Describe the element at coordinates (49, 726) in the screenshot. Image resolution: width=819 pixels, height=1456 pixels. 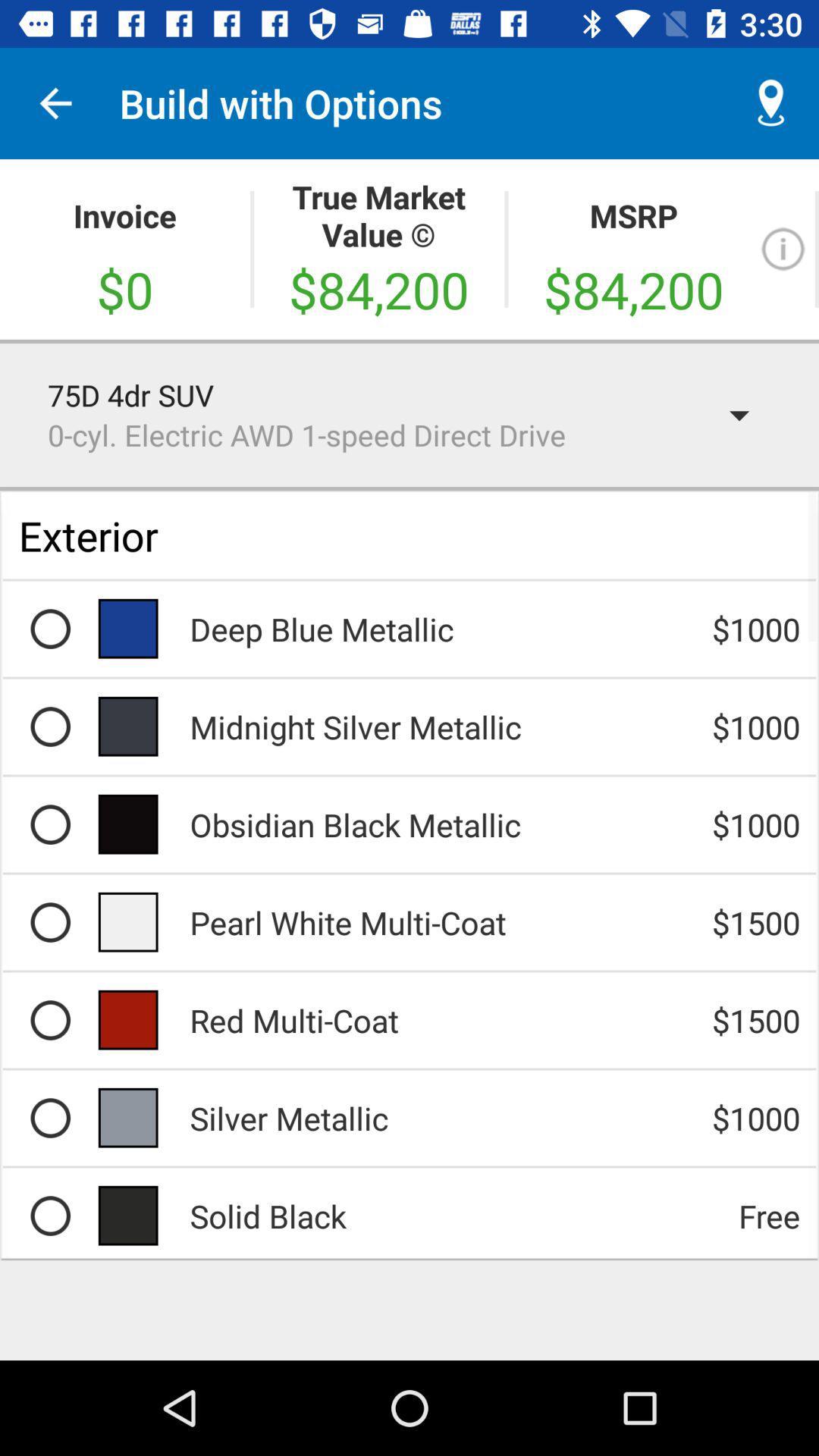
I see `choose midnight silver metallic` at that location.